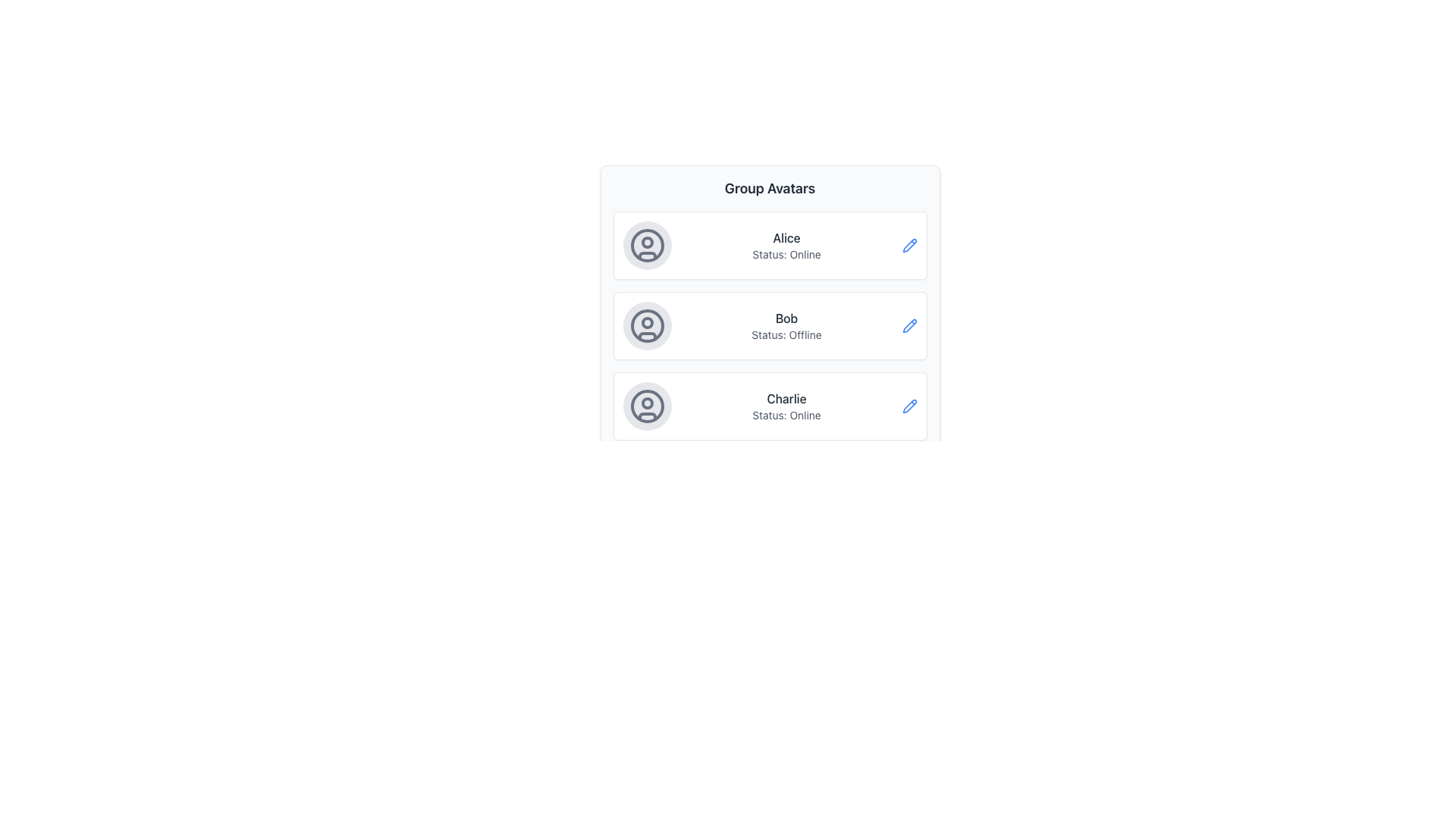 The height and width of the screenshot is (819, 1456). Describe the element at coordinates (647, 245) in the screenshot. I see `the center of the user profile icon, which is a circular icon with a gray color palette depicting a user profile image, located on the first card in a vertical list of user details` at that location.